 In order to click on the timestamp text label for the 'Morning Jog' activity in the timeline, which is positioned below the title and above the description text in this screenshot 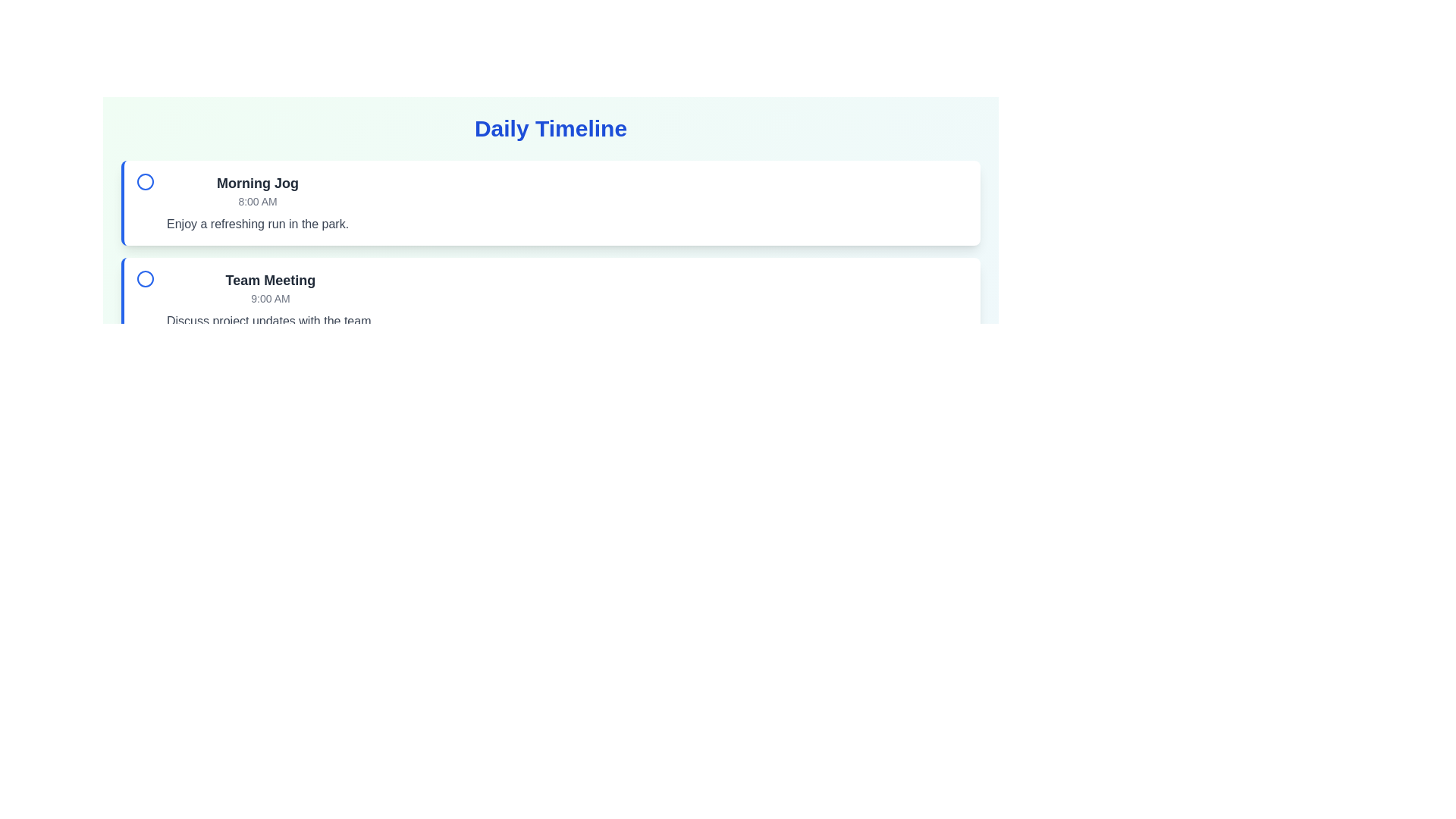, I will do `click(258, 201)`.